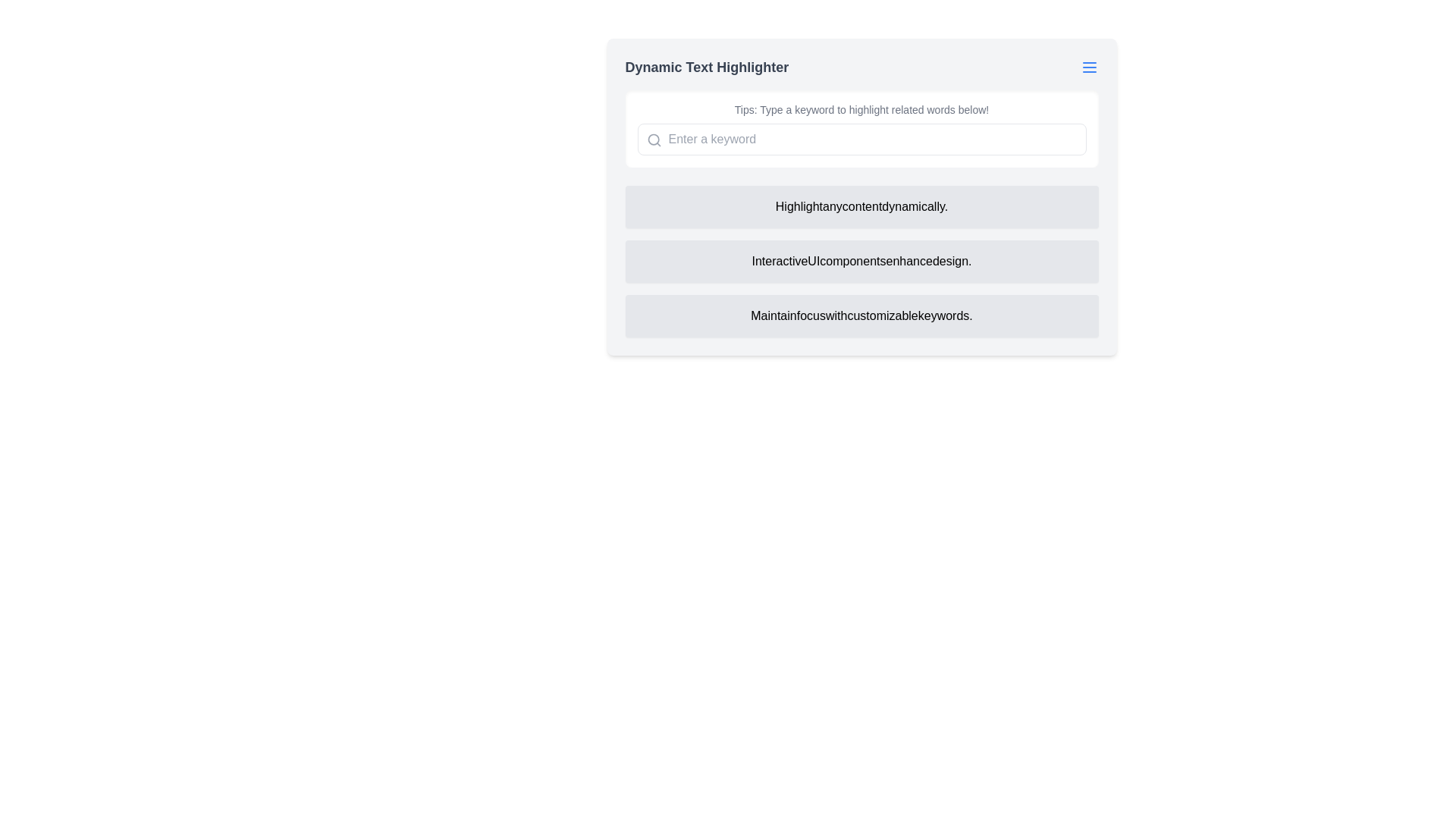  Describe the element at coordinates (810, 315) in the screenshot. I see `the static text element containing the word 'focus' styled in black on a white background, which is the second word in the phrase 'Maintain focus with customizable keywords.' located in the third gray callout box` at that location.